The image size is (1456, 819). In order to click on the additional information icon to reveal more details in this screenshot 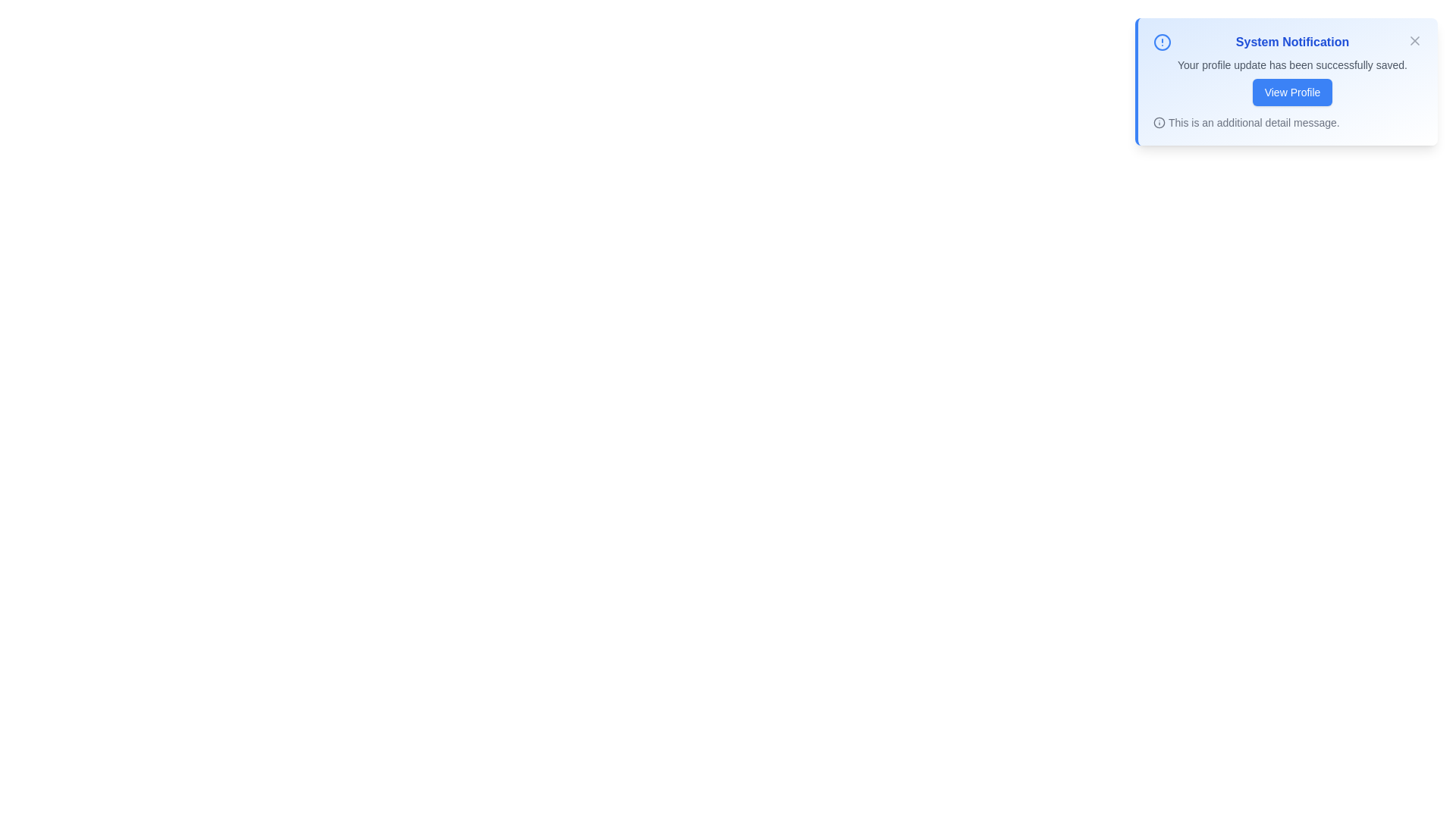, I will do `click(1157, 122)`.